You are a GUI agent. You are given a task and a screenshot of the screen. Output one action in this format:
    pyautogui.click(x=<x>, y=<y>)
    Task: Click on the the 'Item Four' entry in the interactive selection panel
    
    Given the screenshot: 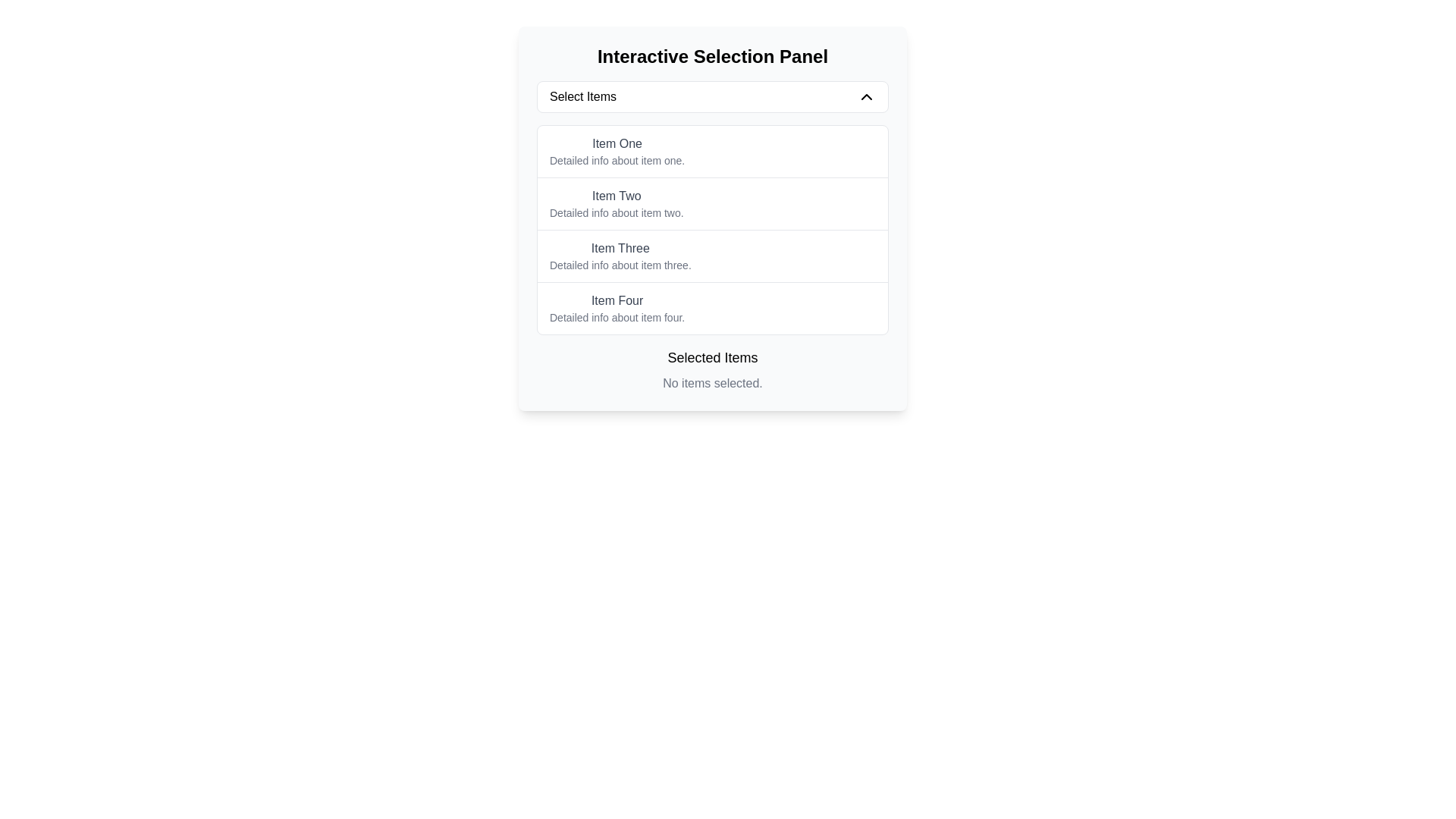 What is the action you would take?
    pyautogui.click(x=617, y=308)
    